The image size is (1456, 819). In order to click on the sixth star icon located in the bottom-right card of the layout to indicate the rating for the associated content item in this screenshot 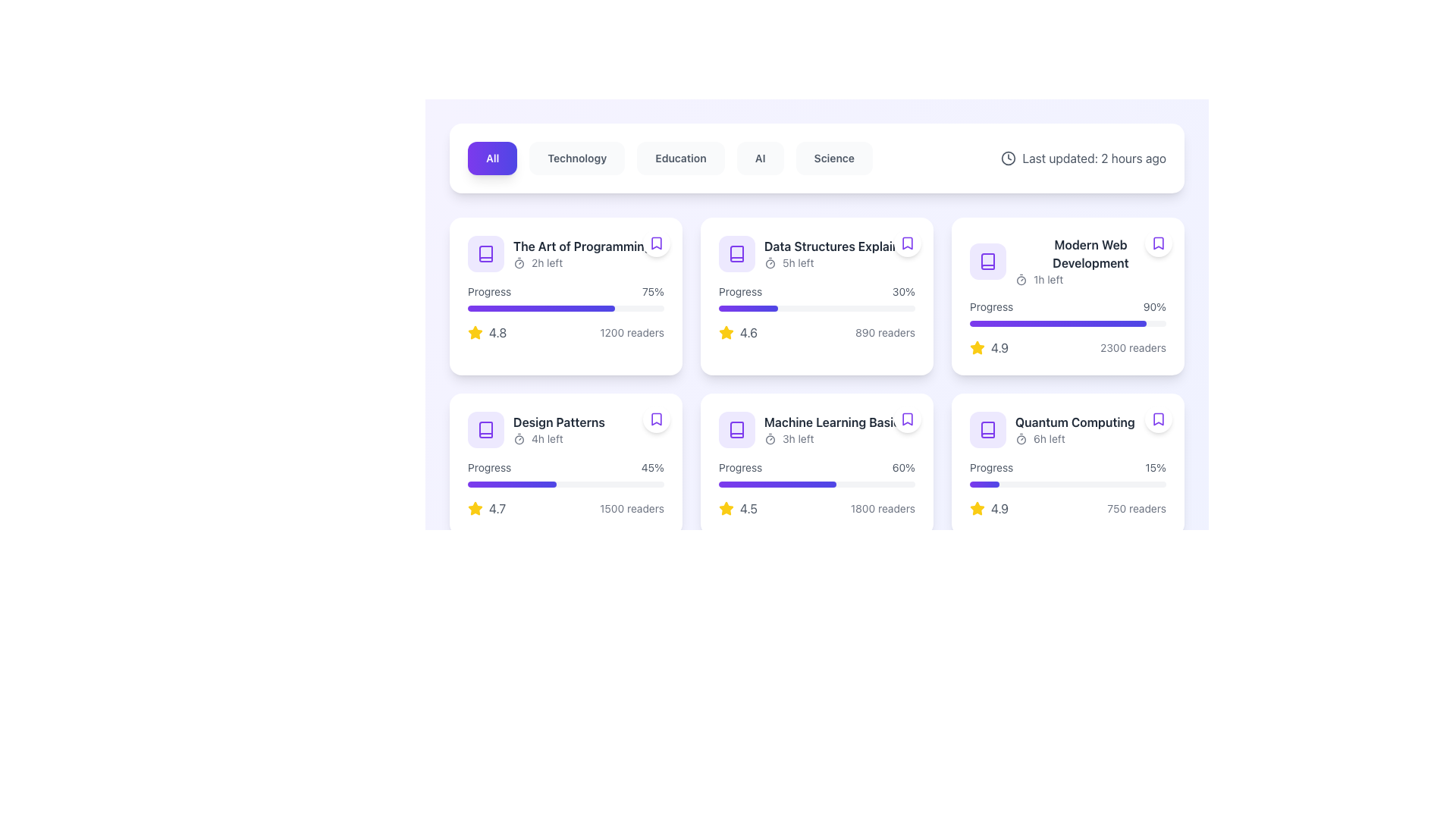, I will do `click(726, 508)`.